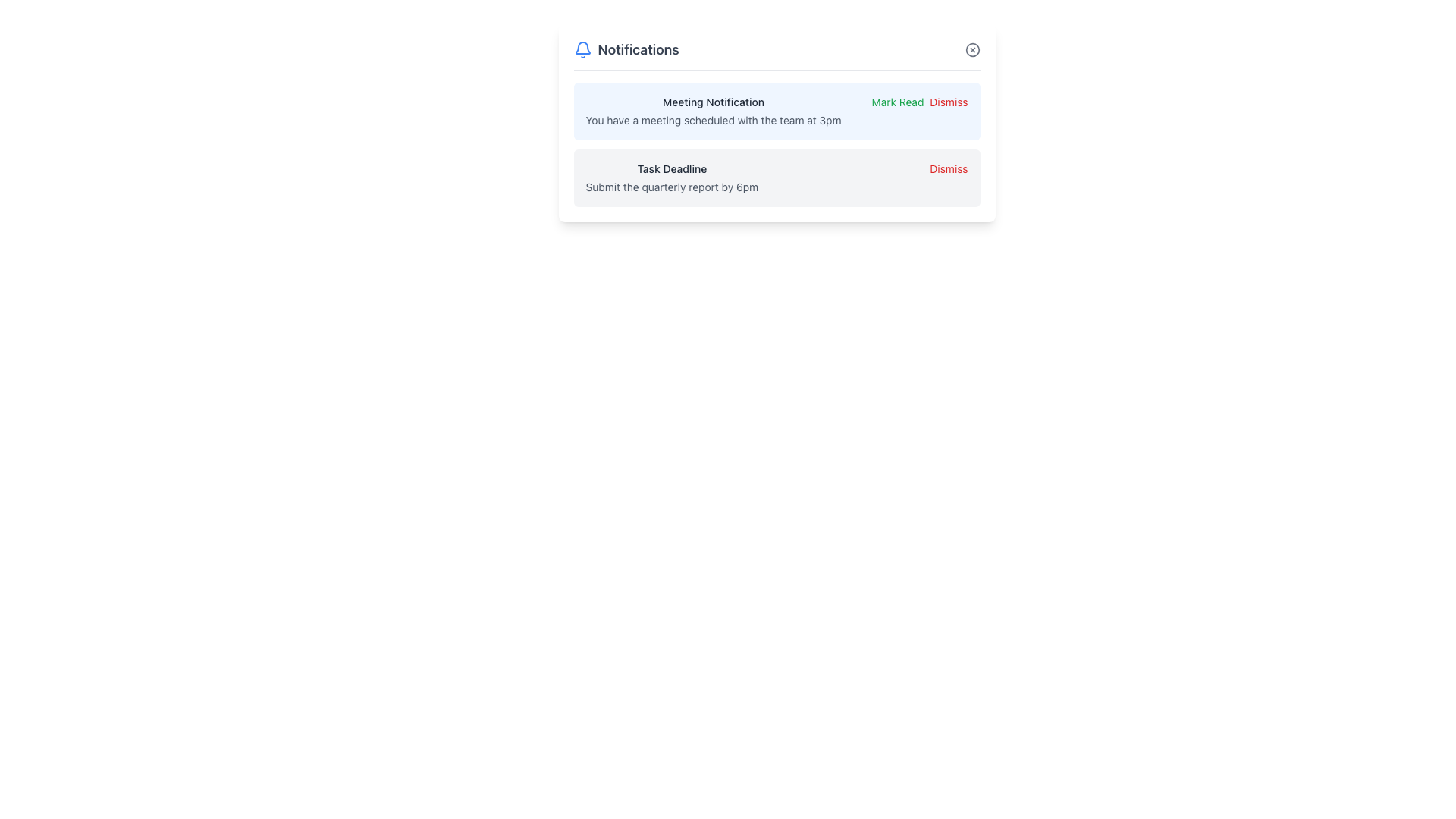 The height and width of the screenshot is (819, 1456). What do you see at coordinates (898, 102) in the screenshot?
I see `the 'Mark Read' button, which is styled in green text and located near the top-right corner of the notification box for 'Meeting Notification'` at bounding box center [898, 102].